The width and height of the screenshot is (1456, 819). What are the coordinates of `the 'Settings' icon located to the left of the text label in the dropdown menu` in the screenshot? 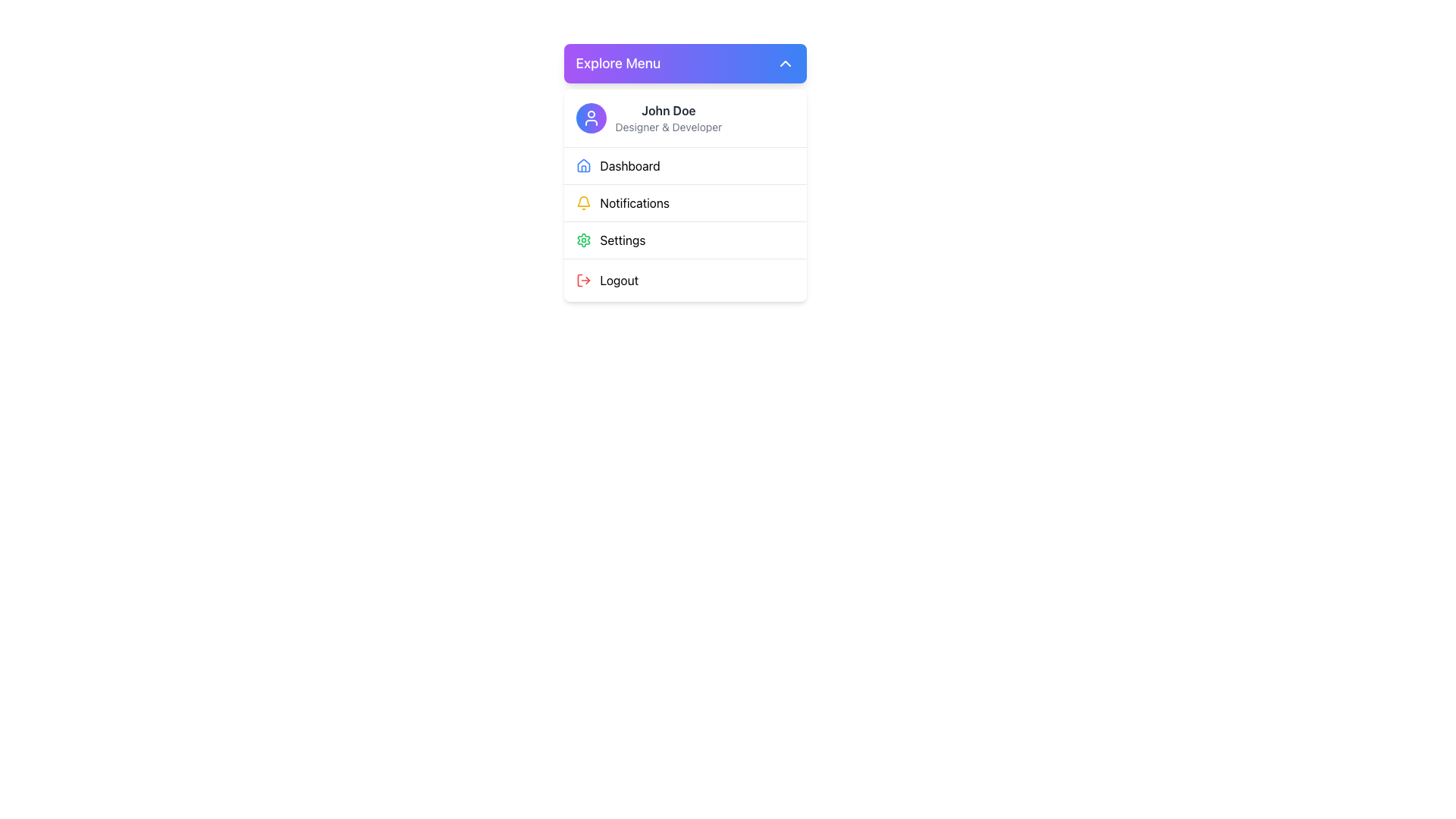 It's located at (582, 239).